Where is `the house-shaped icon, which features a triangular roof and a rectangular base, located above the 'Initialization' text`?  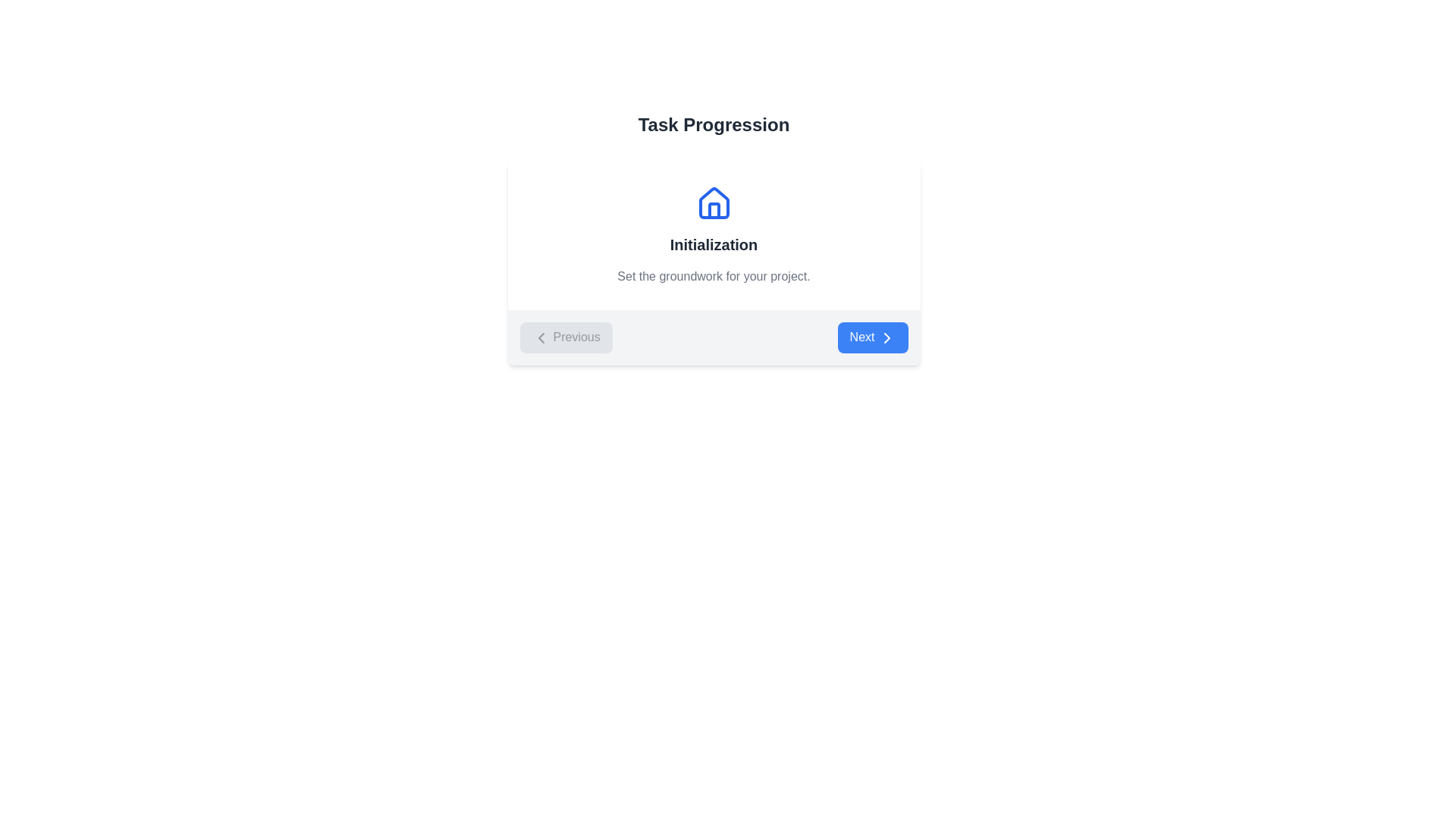 the house-shaped icon, which features a triangular roof and a rectangular base, located above the 'Initialization' text is located at coordinates (713, 202).